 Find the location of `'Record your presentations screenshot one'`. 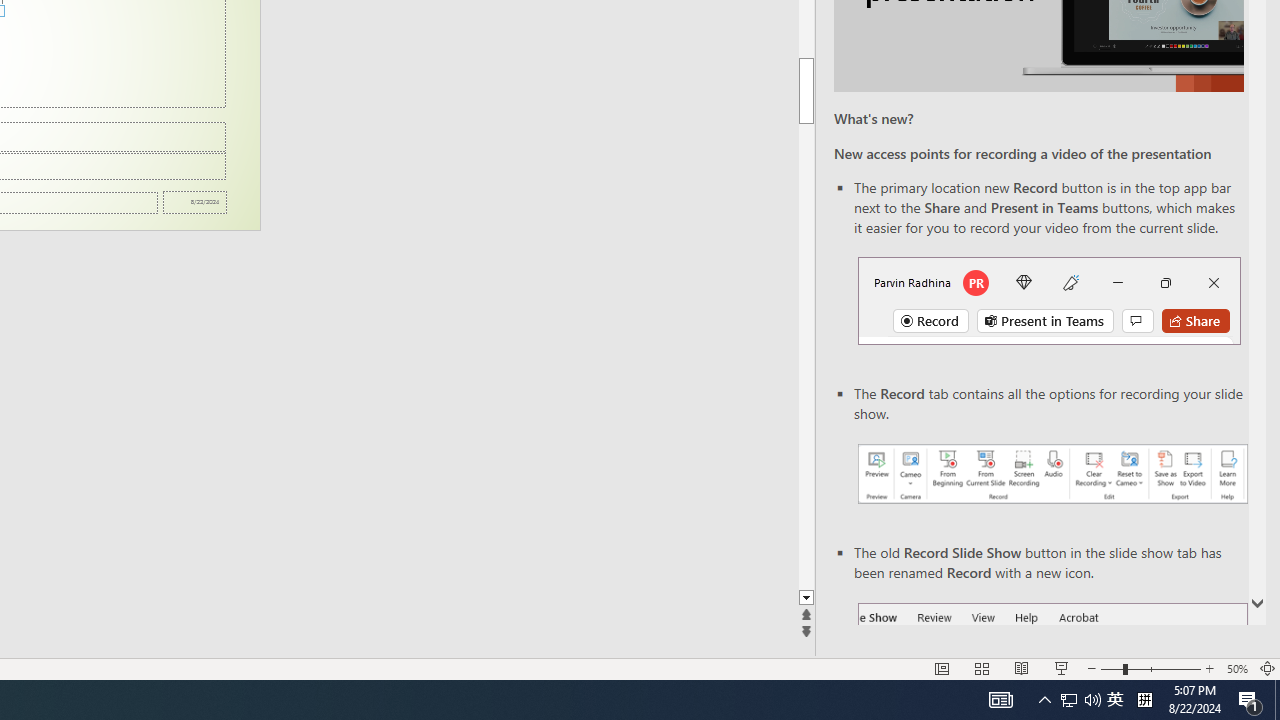

'Record your presentations screenshot one' is located at coordinates (1051, 474).